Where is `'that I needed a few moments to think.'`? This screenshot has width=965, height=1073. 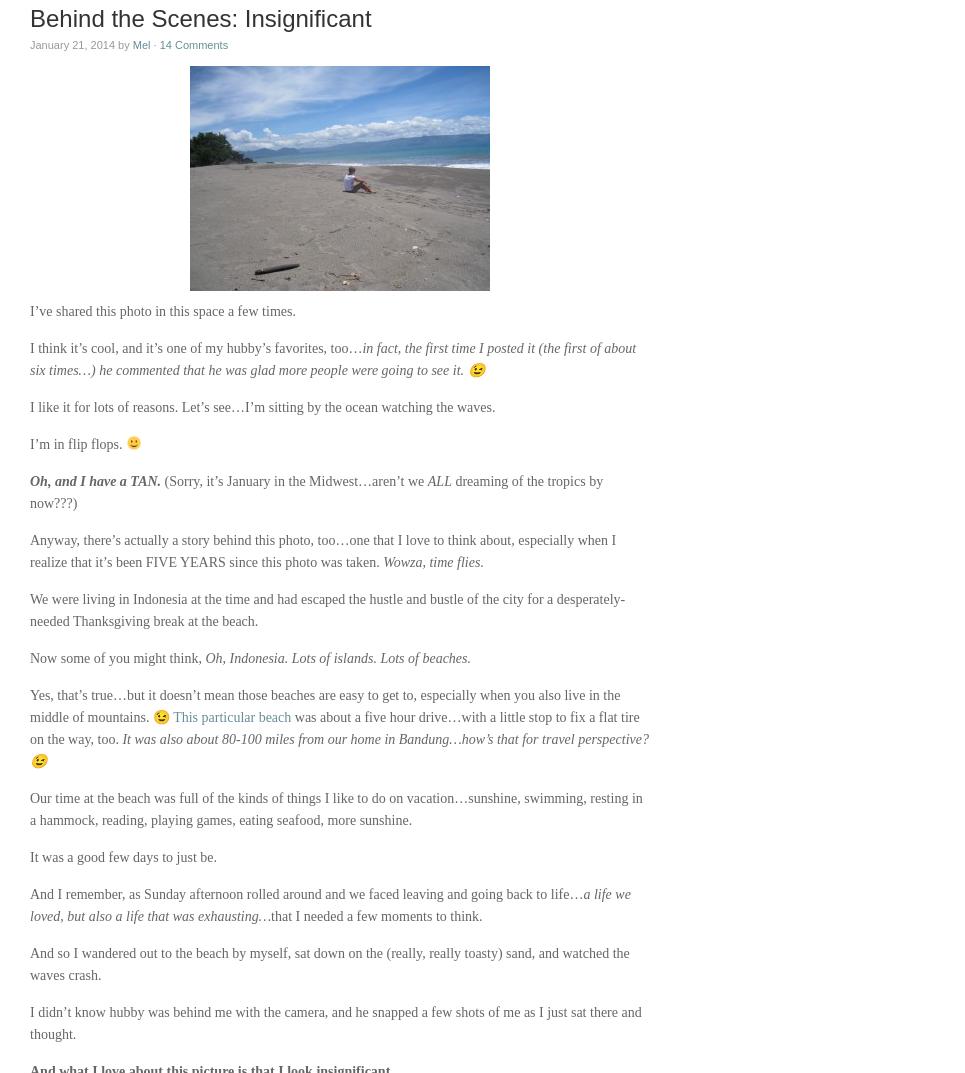 'that I needed a few moments to think.' is located at coordinates (375, 916).